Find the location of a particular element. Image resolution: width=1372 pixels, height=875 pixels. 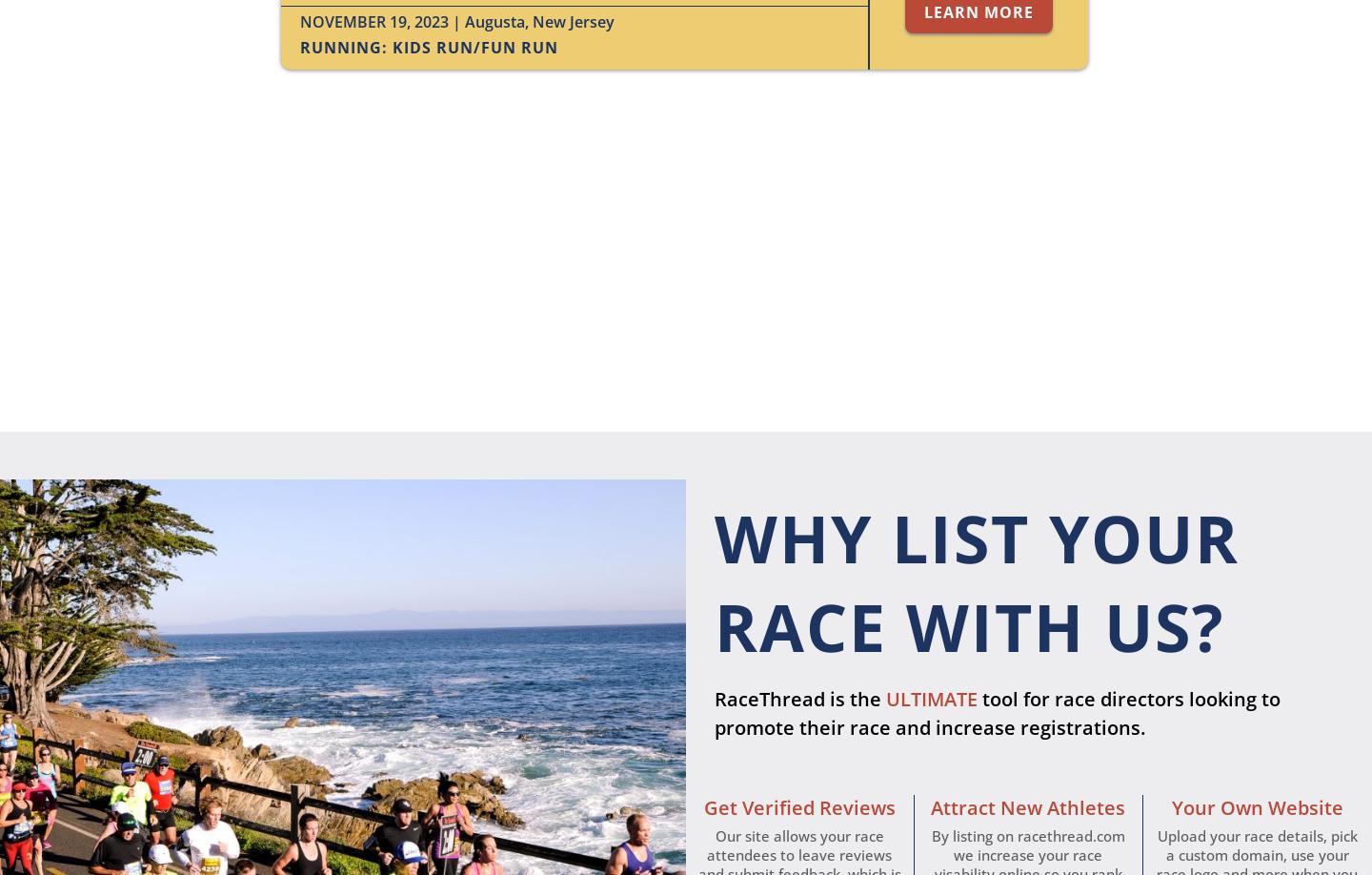

'Kids Run/Fun Run' is located at coordinates (474, 48).